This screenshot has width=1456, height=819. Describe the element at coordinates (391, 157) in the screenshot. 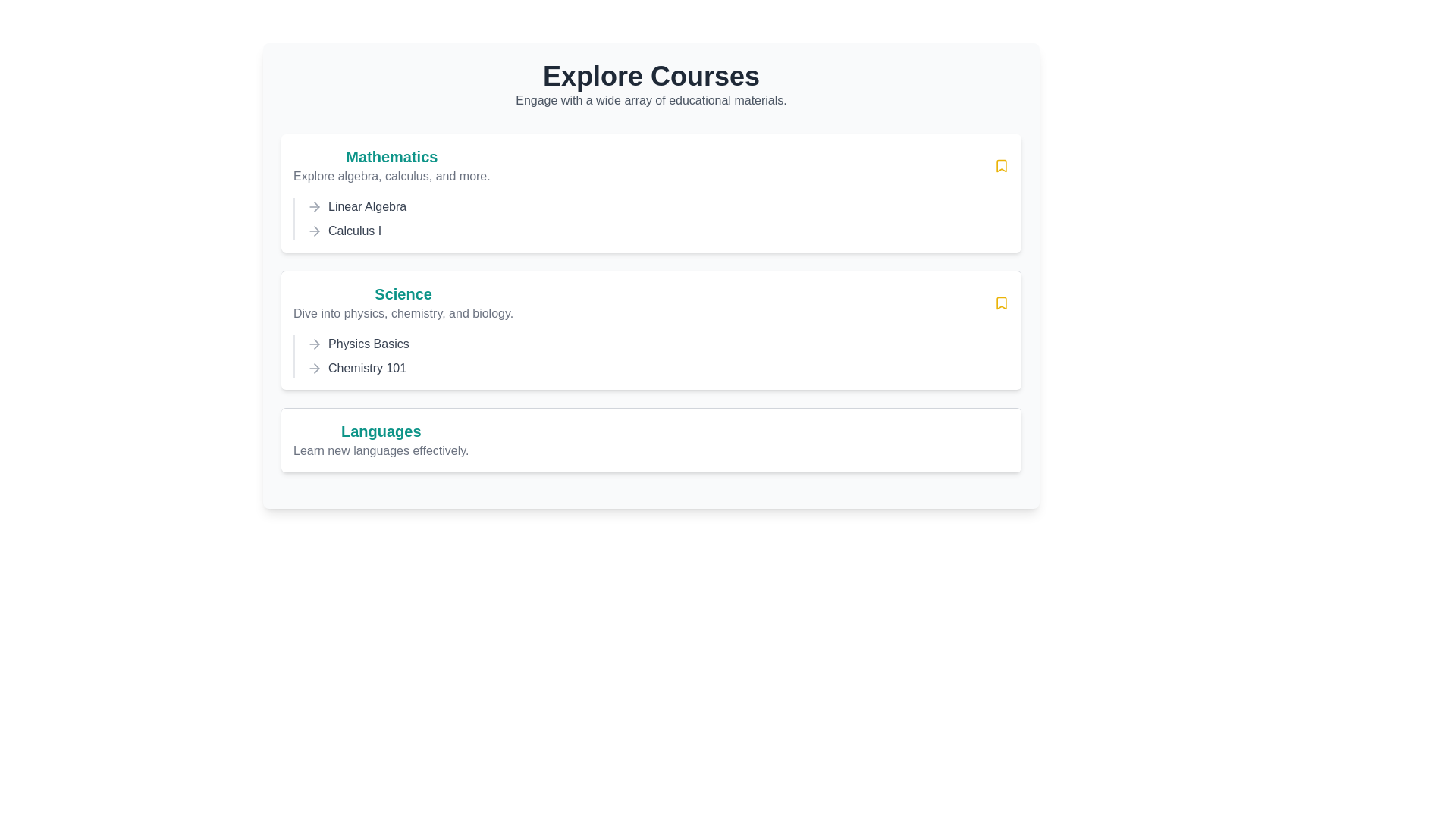

I see `the clickable text link that serves as the title header for the 'Mathematics' category` at that location.